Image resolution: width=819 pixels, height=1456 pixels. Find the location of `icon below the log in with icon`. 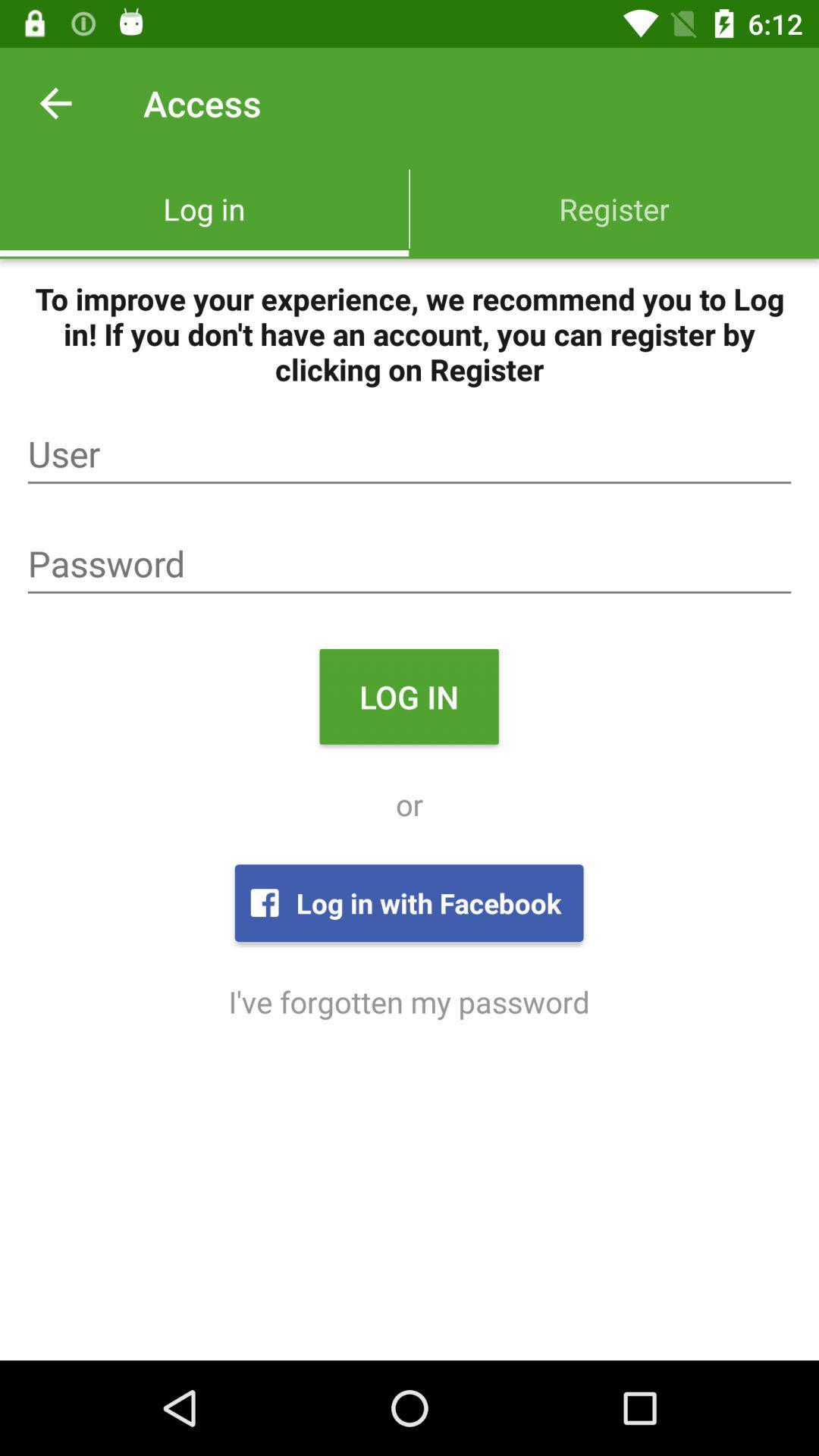

icon below the log in with icon is located at coordinates (408, 1002).